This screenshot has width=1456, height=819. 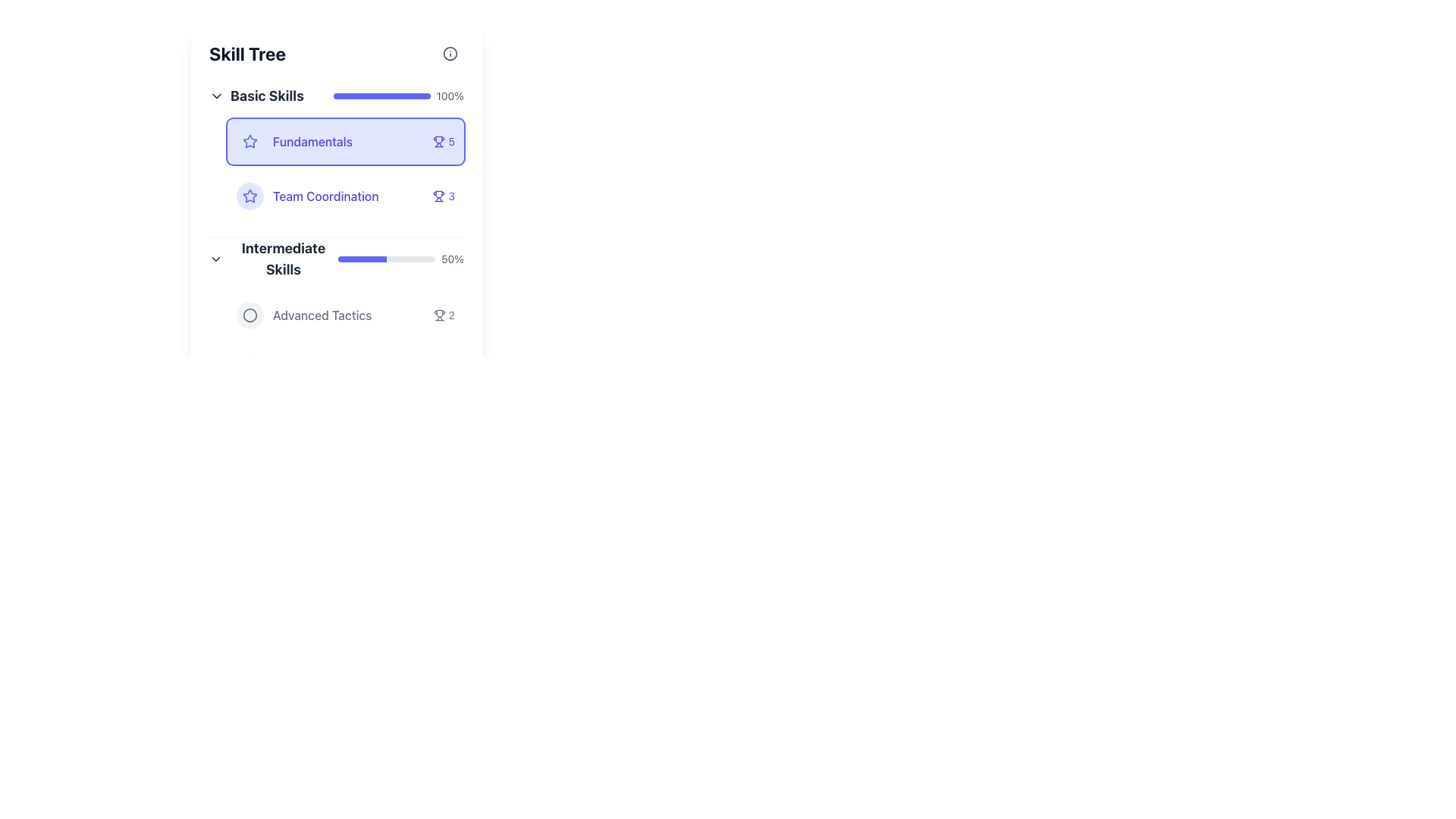 I want to click on the Circular Button or Icon with a light gray background and dark gray border located in the 'Intermediate Skills' section, adjacent to 'Advanced Tactics', so click(x=250, y=315).